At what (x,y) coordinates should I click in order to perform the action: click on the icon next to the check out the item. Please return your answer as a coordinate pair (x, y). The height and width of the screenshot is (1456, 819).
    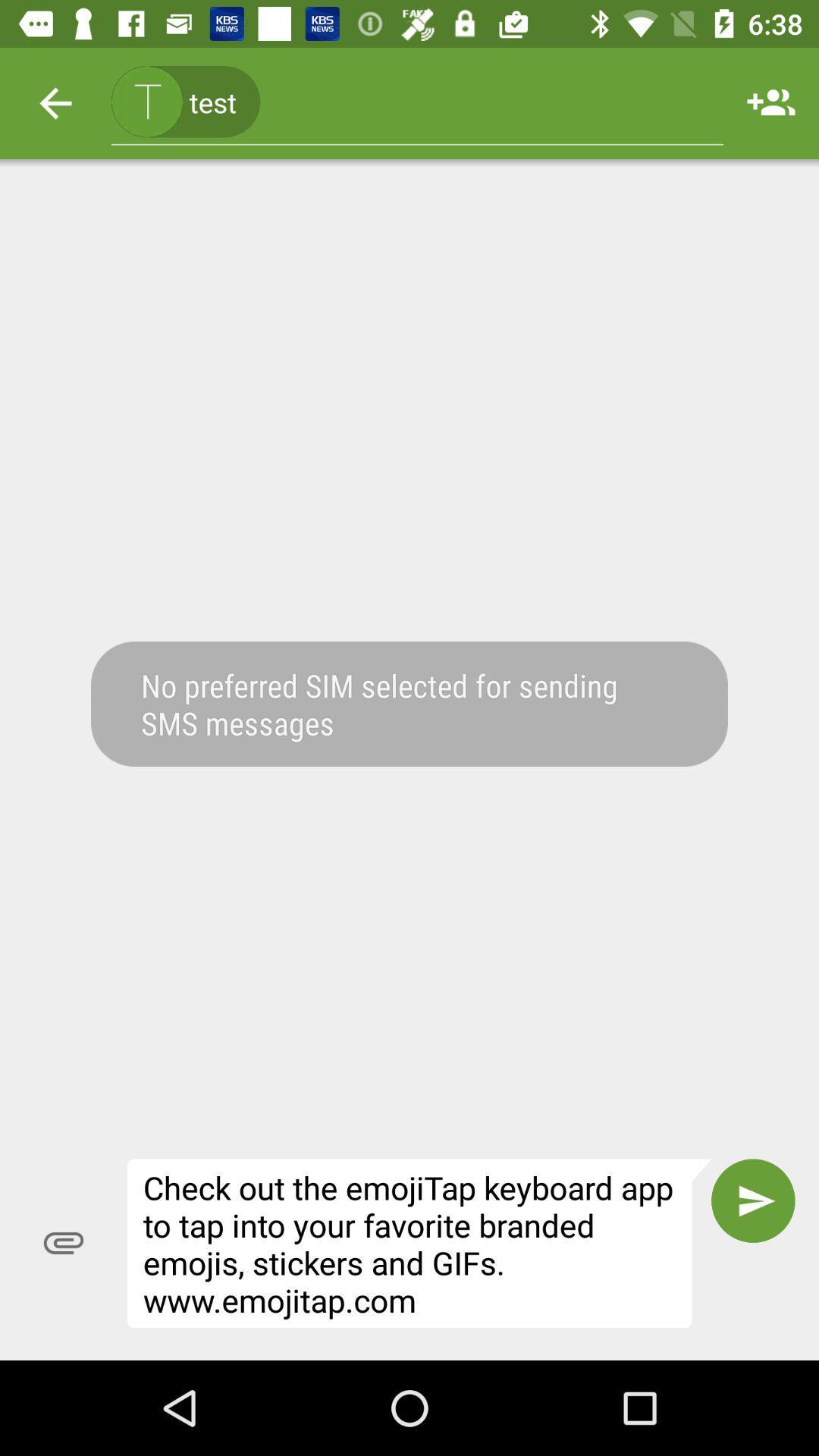
    Looking at the image, I should click on (753, 1200).